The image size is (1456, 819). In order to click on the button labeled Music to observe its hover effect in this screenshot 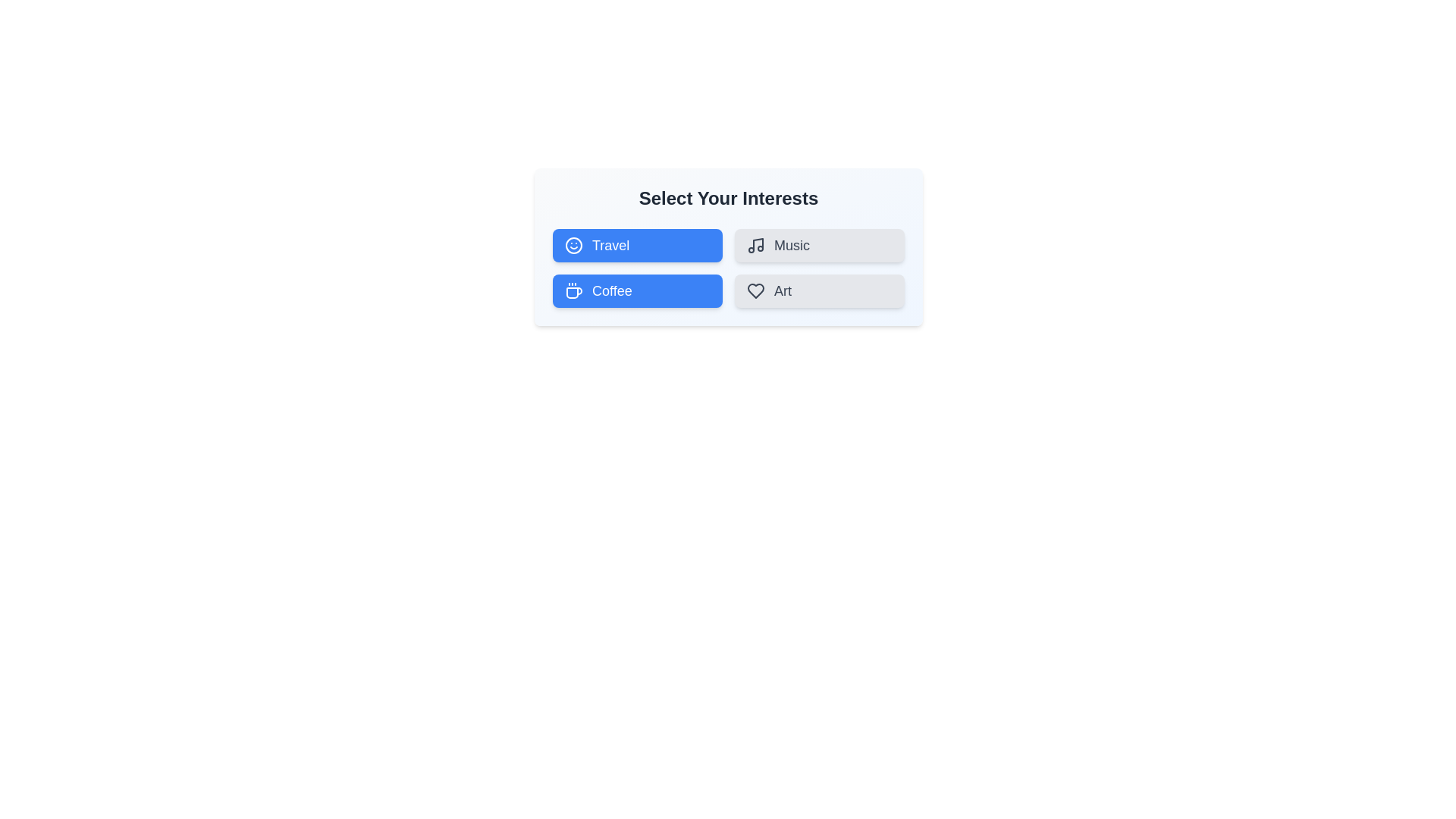, I will do `click(818, 245)`.